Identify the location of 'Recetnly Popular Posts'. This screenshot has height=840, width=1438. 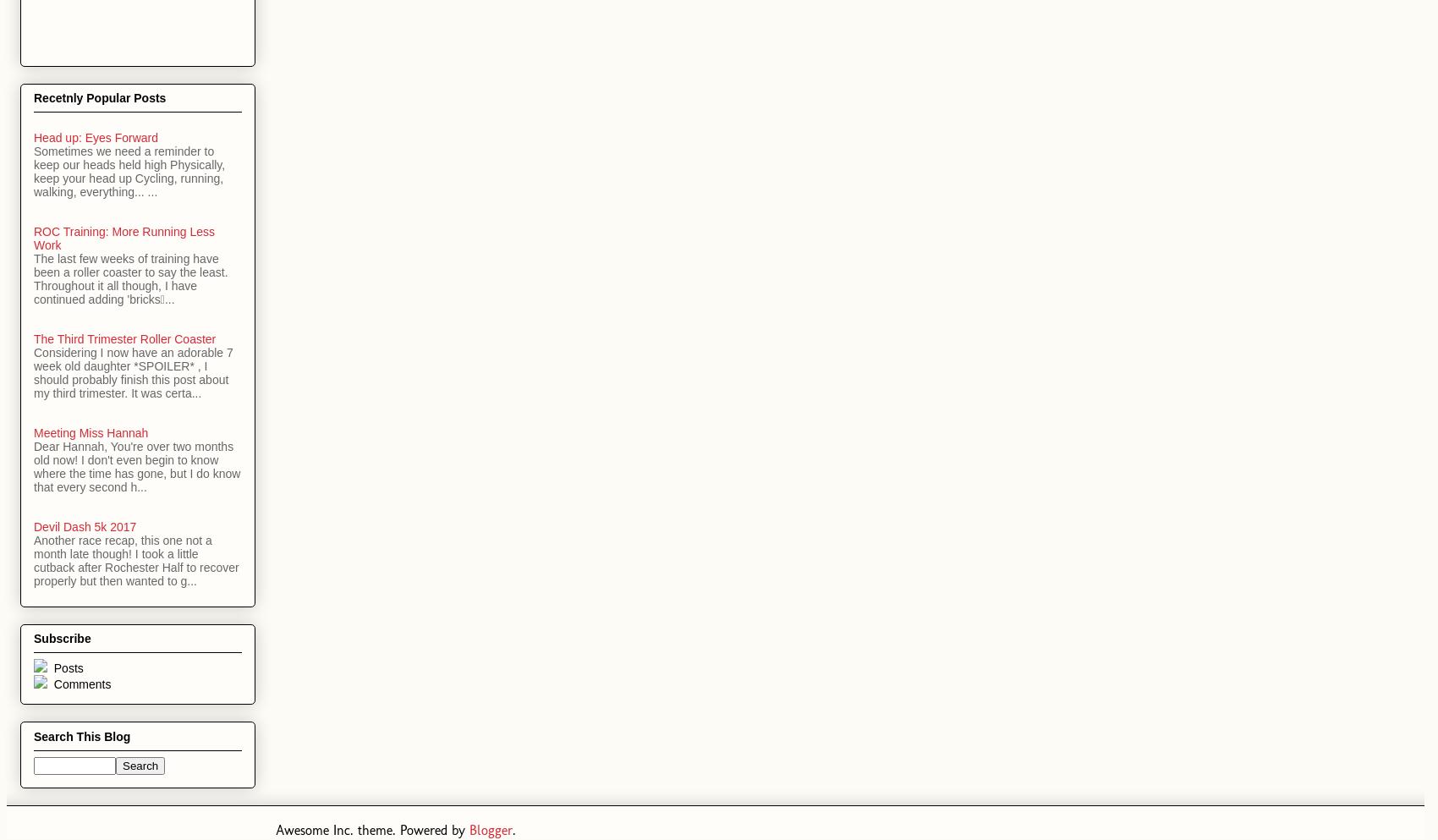
(98, 96).